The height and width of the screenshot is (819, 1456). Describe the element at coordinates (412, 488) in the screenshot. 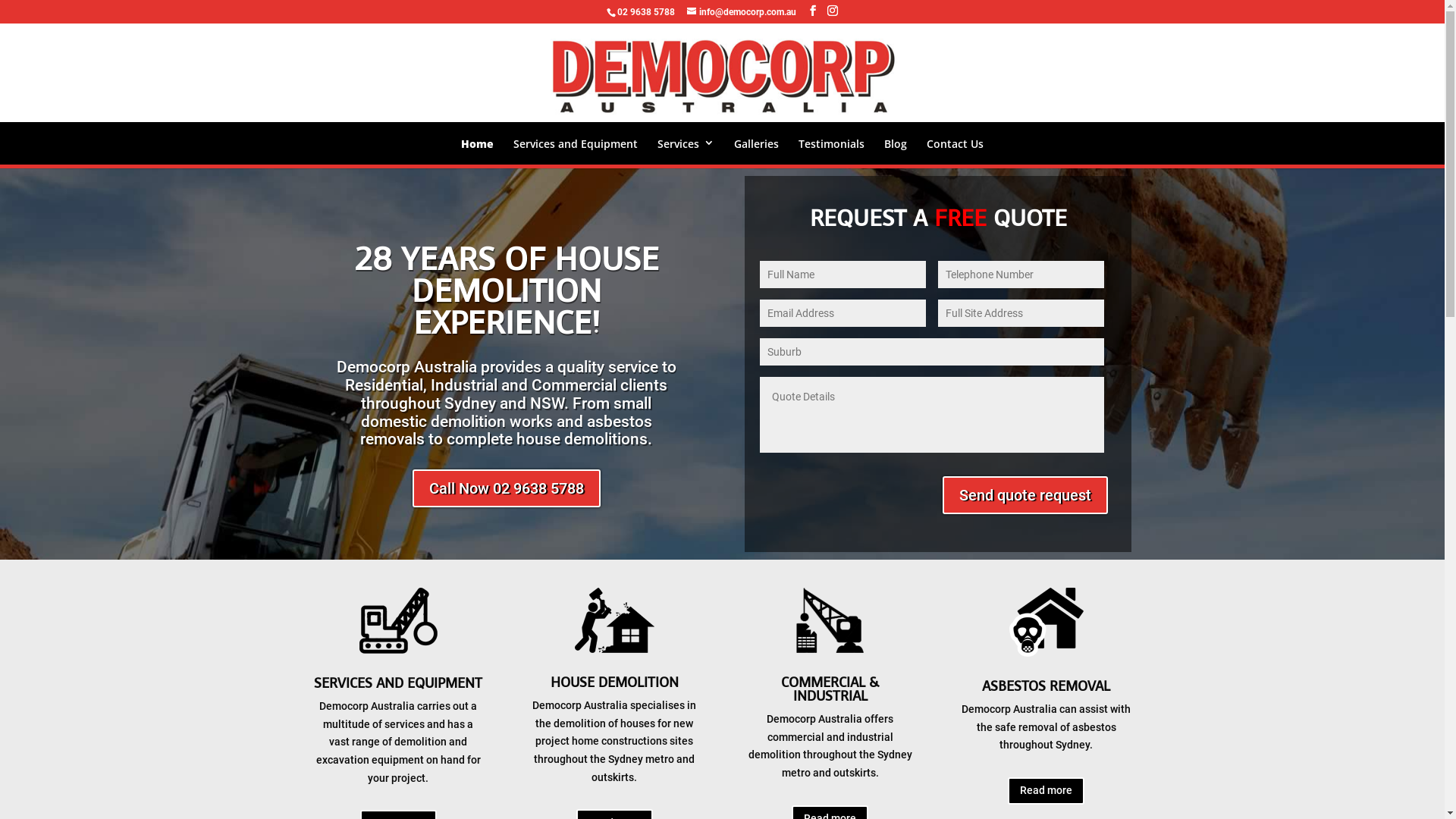

I see `'Call Now 02 9638 5788'` at that location.